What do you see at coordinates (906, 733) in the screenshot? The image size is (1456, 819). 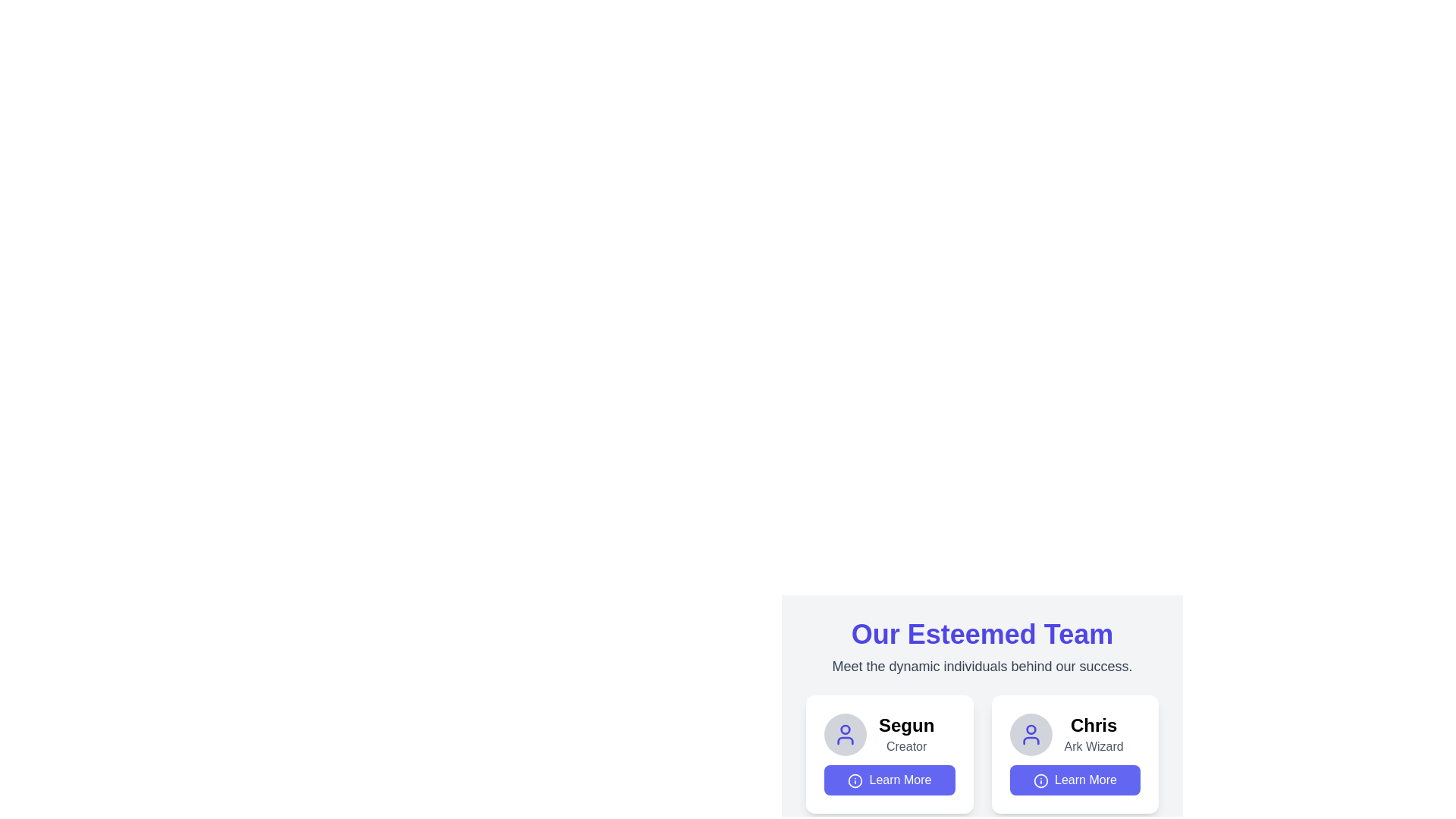 I see `the Text display area that shows the name and role (Creator) of Segun, located in the center-right of the presentation card in the 'Our Esteemed Team' section` at bounding box center [906, 733].